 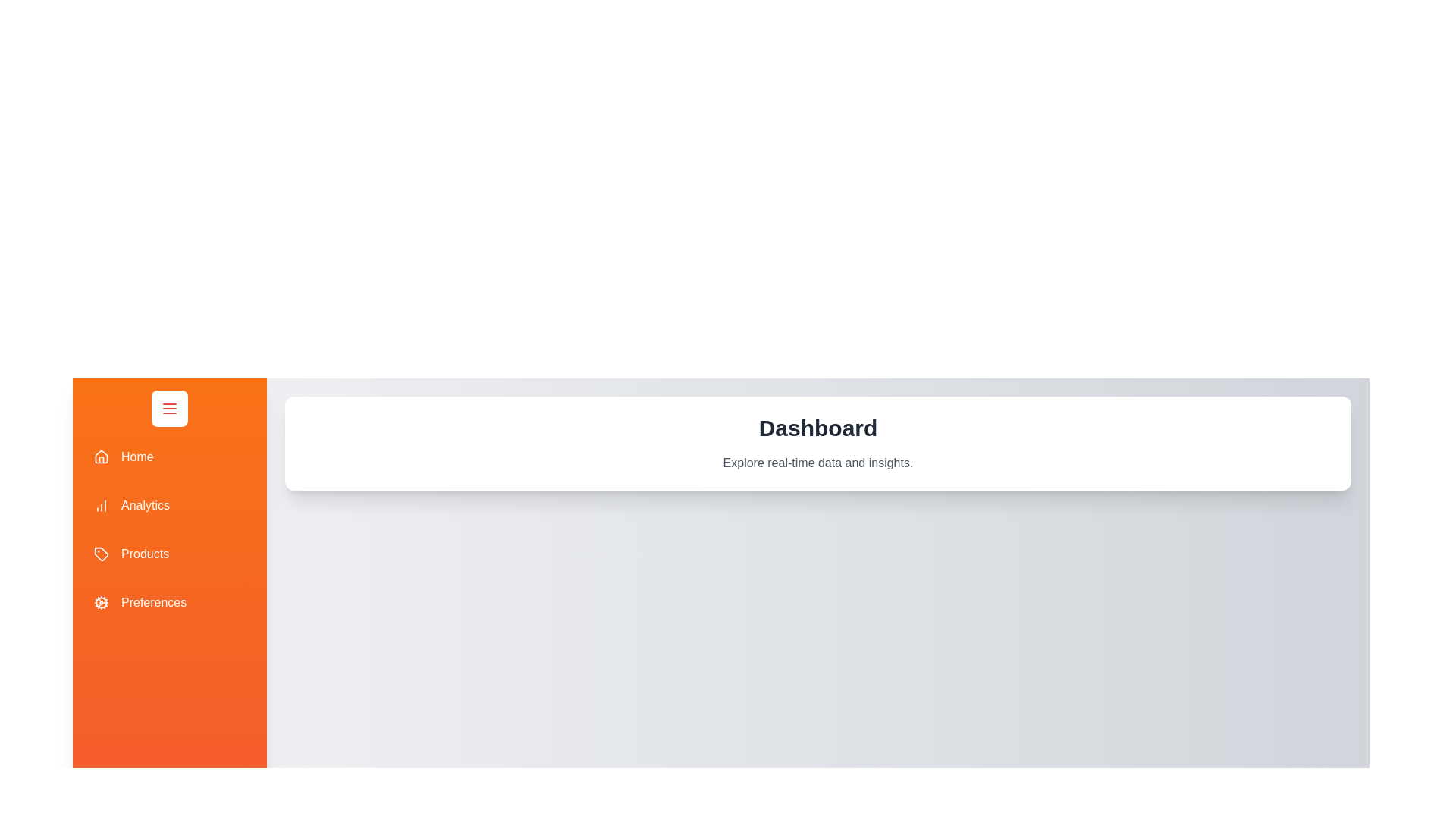 What do you see at coordinates (170, 554) in the screenshot?
I see `the drawer item labeled 'Products' to observe its hover effect` at bounding box center [170, 554].